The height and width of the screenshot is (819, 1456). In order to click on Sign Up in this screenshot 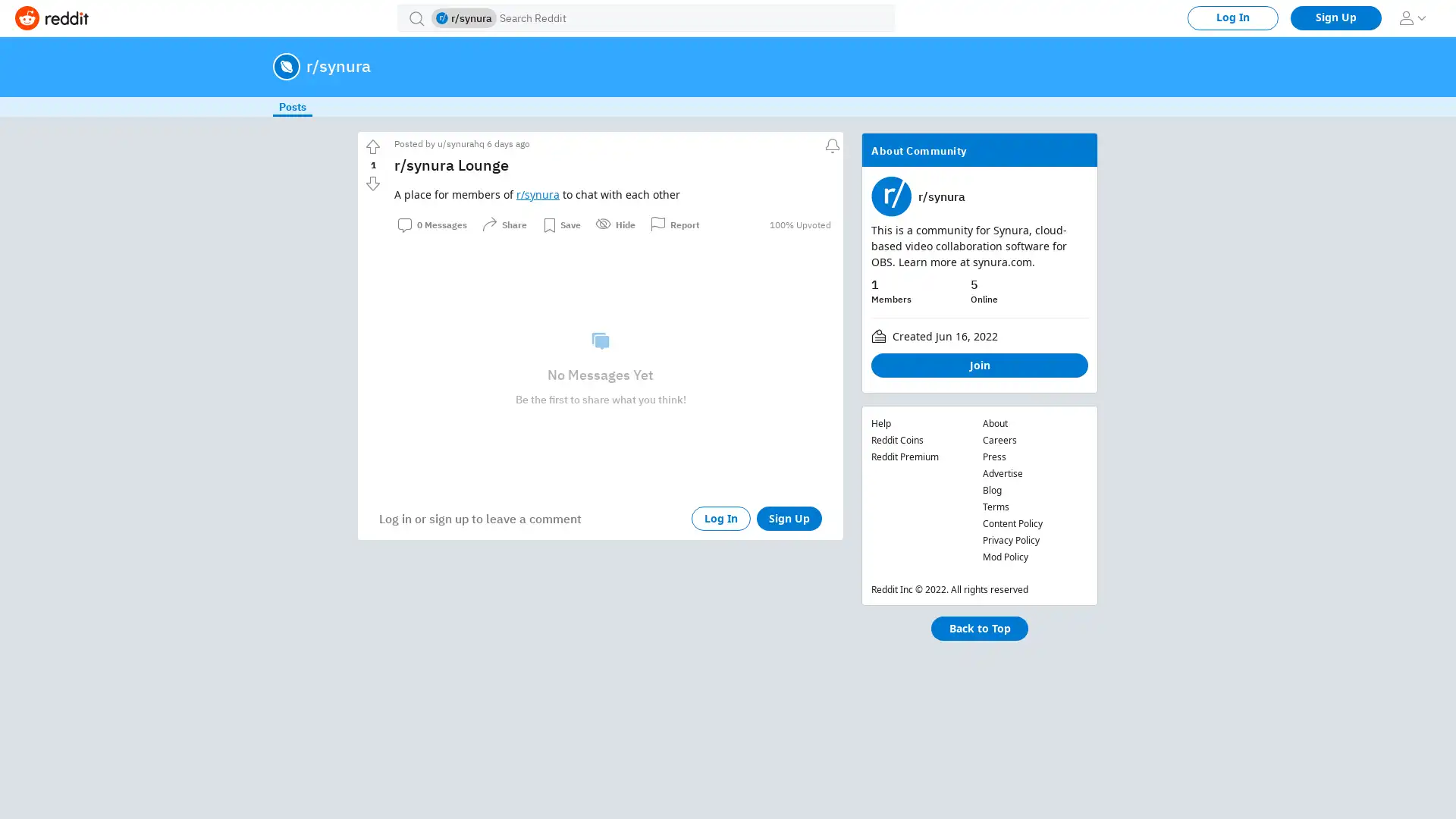, I will do `click(789, 517)`.